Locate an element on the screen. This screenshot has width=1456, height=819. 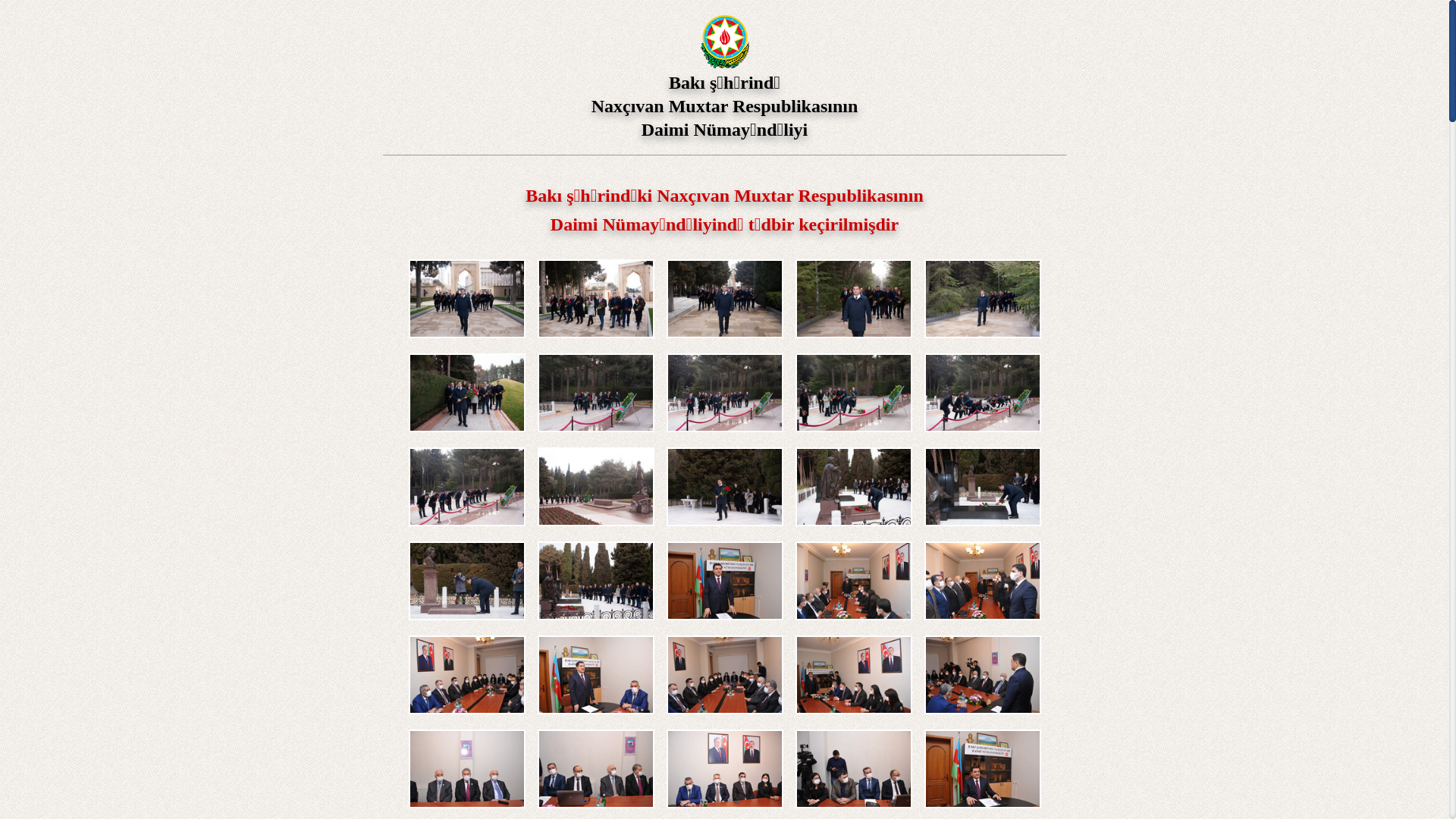
'Click to enlarge' is located at coordinates (465, 486).